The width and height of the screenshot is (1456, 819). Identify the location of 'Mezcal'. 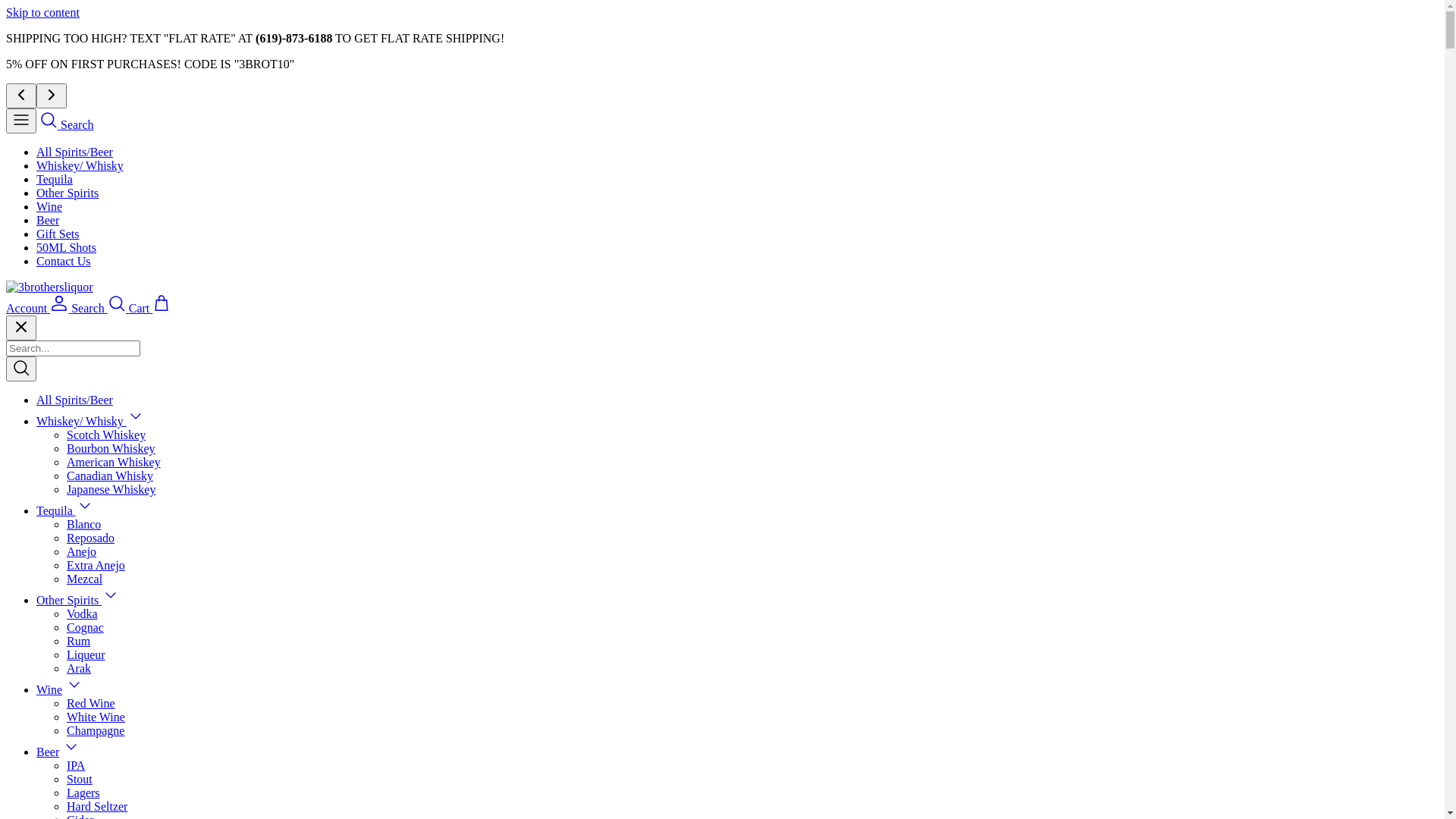
(83, 579).